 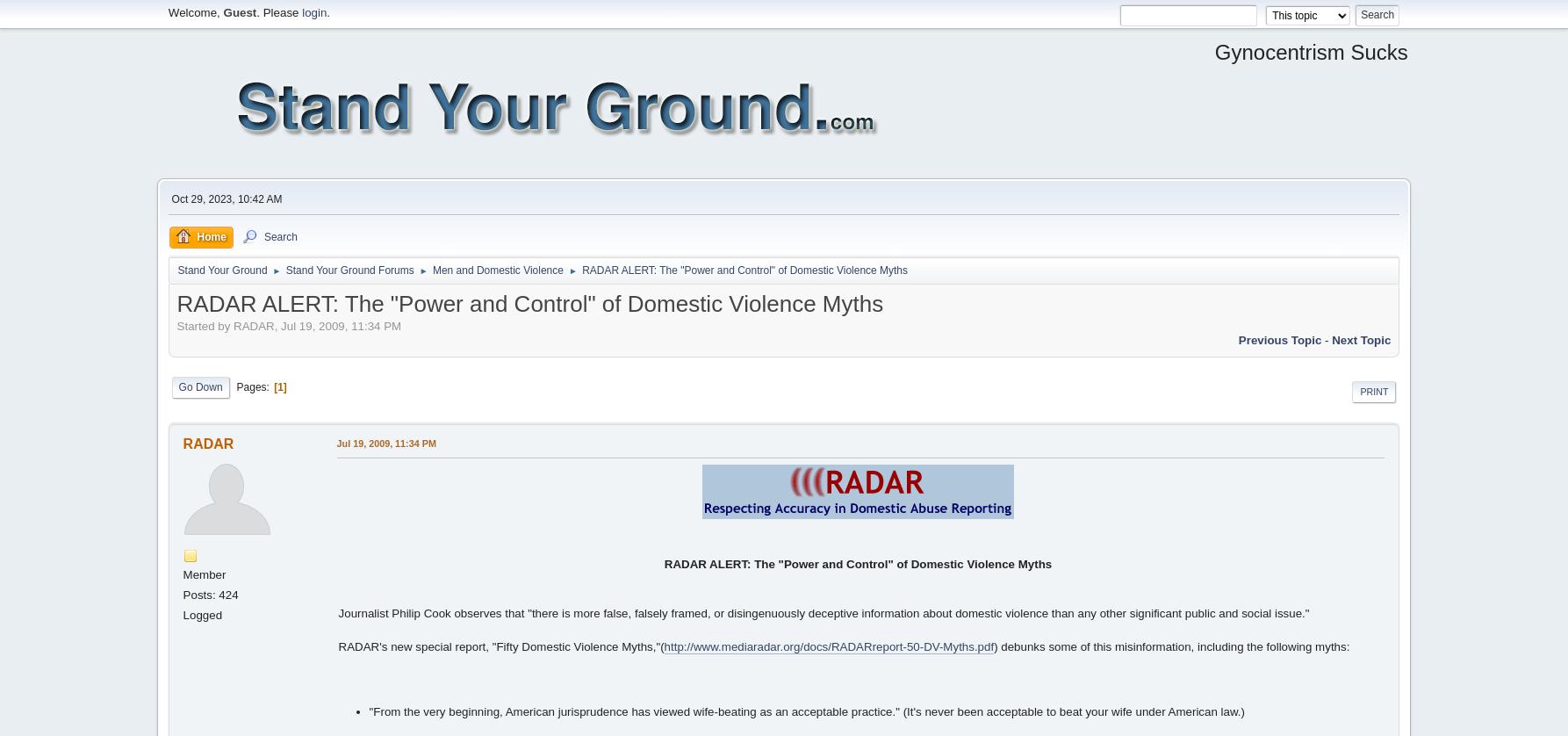 I want to click on '. Please', so click(x=279, y=12).